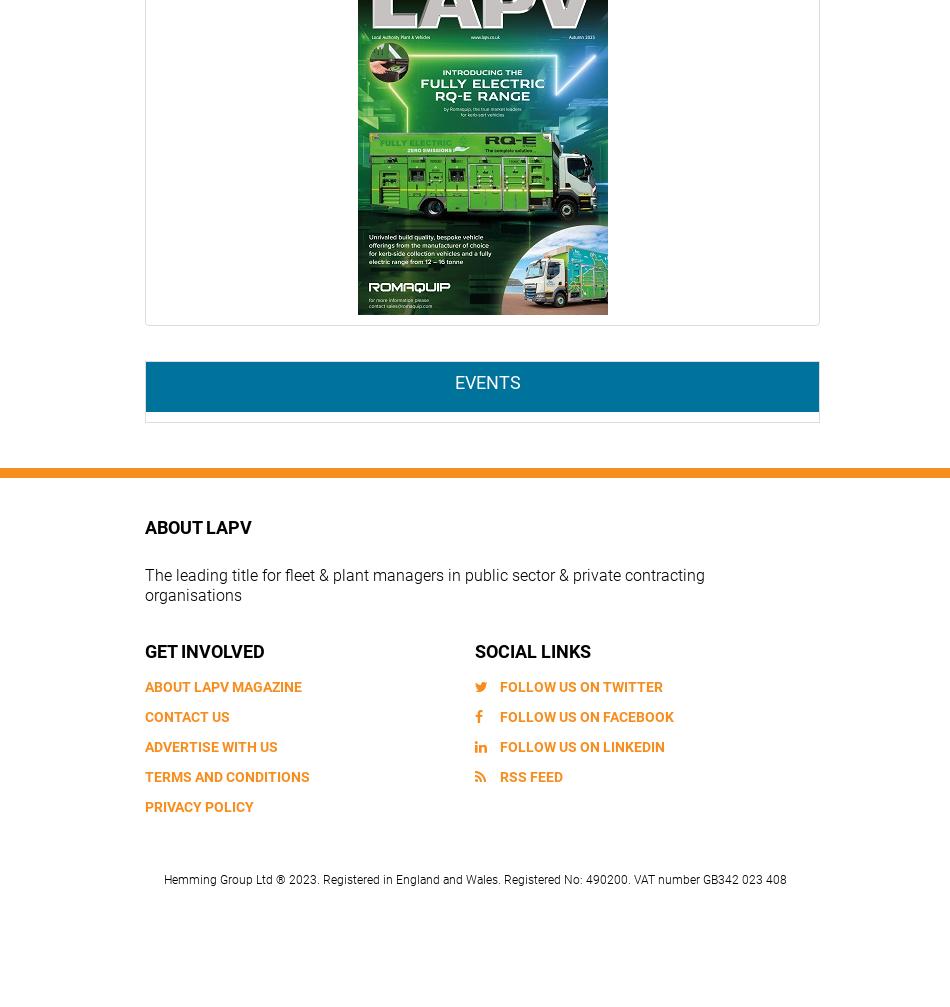 The width and height of the screenshot is (950, 1007). Describe the element at coordinates (486, 382) in the screenshot. I see `'EVENTS'` at that location.